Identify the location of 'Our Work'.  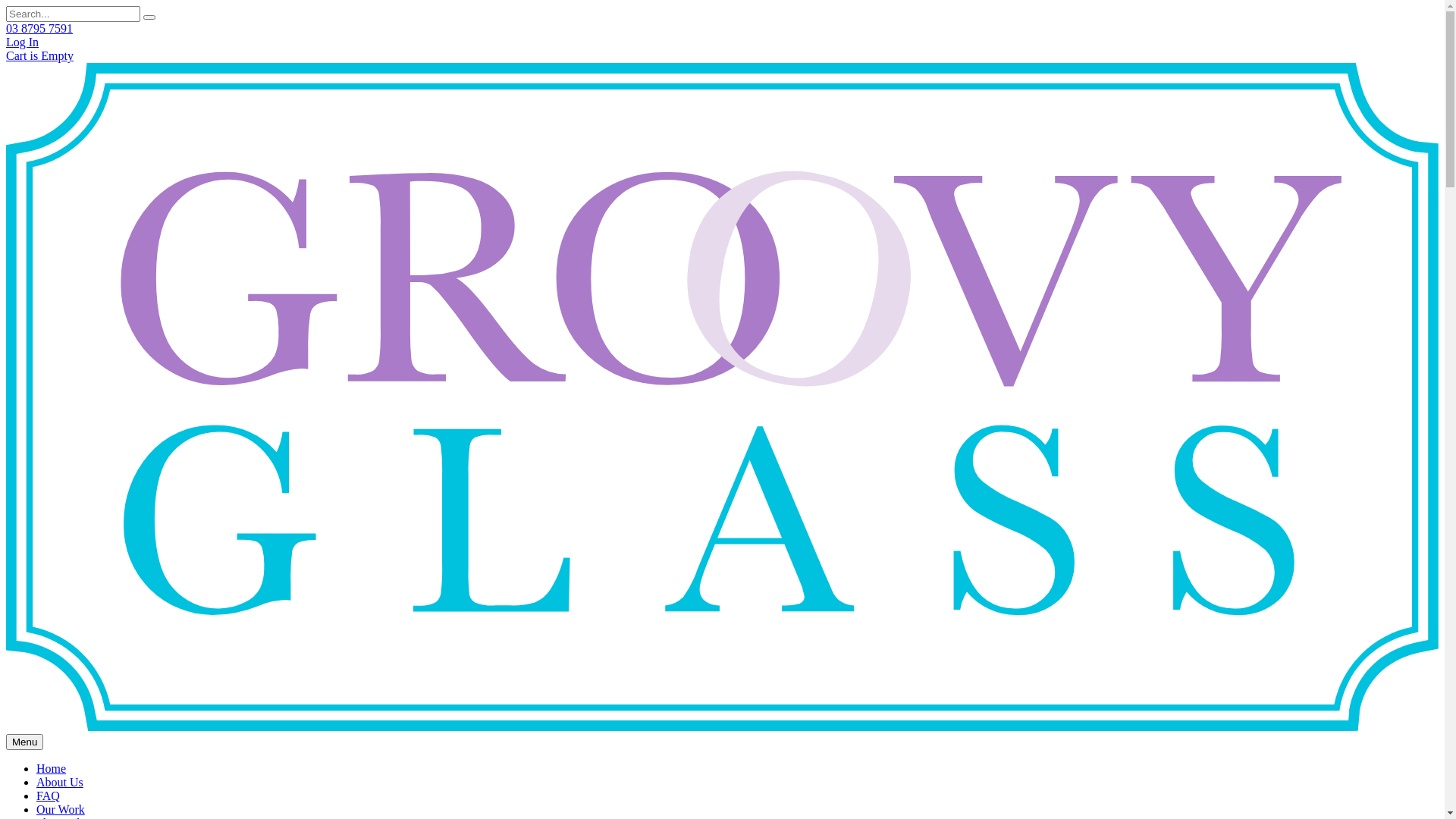
(36, 808).